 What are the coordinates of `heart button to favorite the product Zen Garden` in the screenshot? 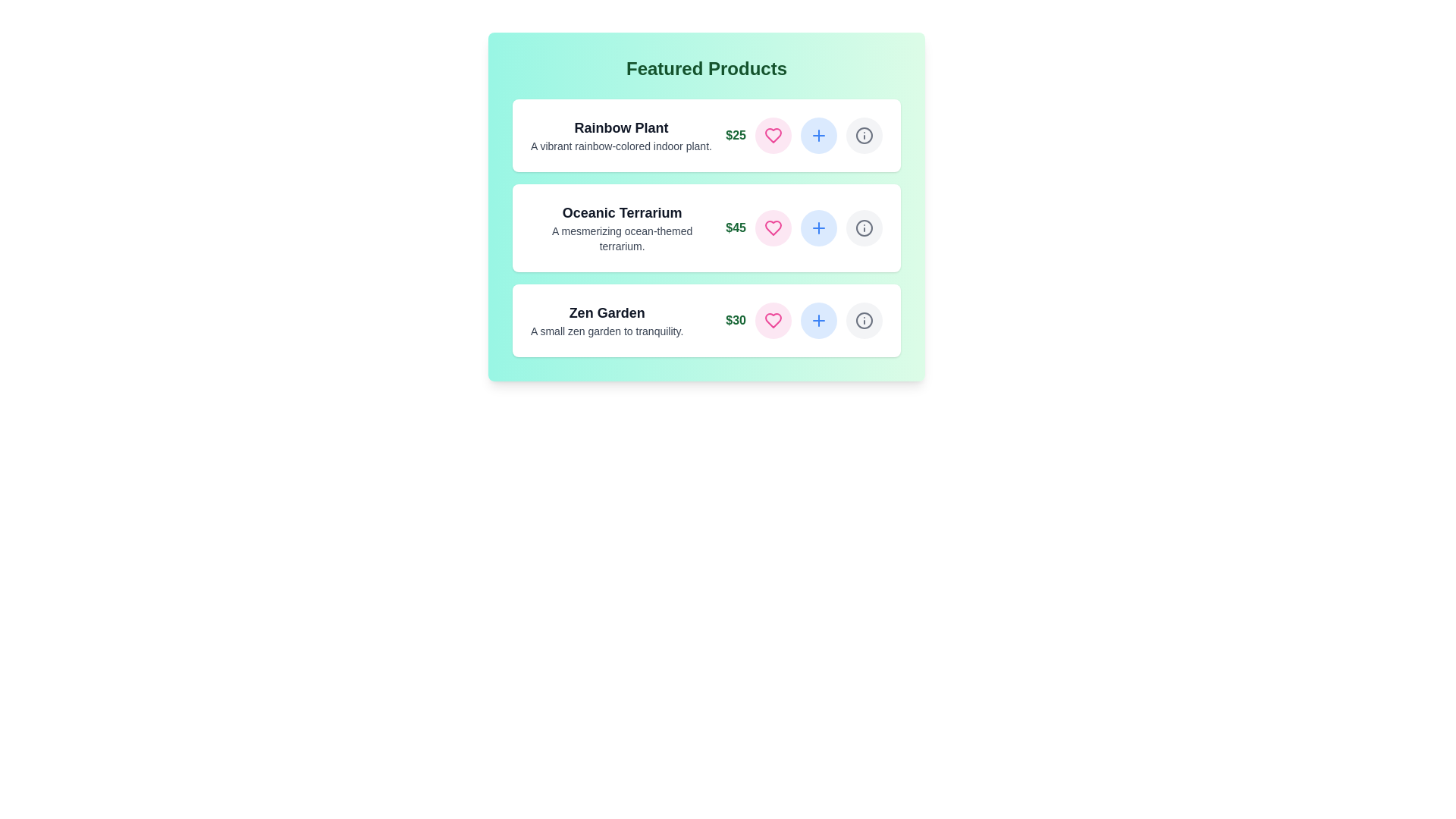 It's located at (773, 320).